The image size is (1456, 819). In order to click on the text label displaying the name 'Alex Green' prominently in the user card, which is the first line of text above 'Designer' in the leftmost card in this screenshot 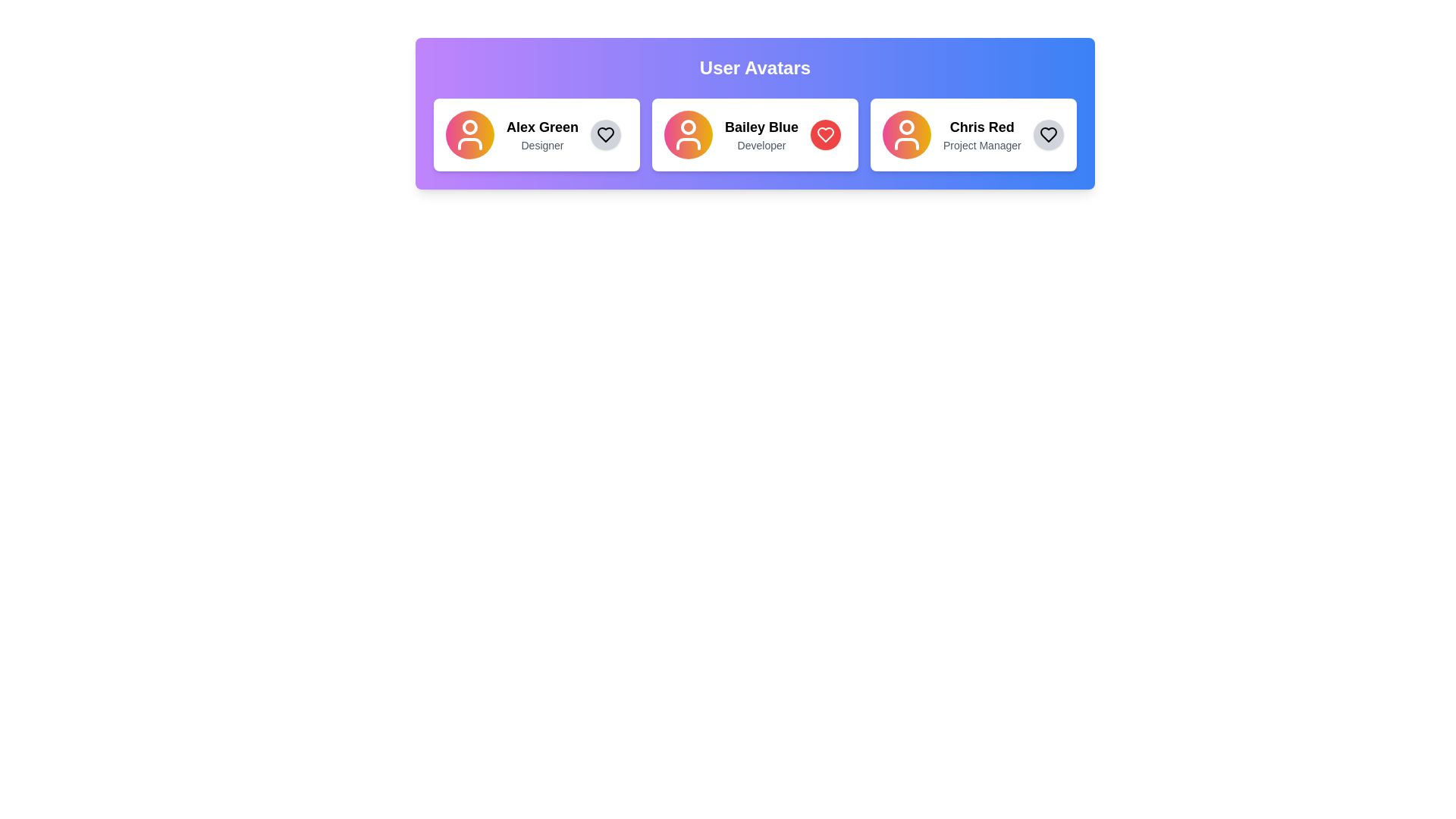, I will do `click(542, 127)`.